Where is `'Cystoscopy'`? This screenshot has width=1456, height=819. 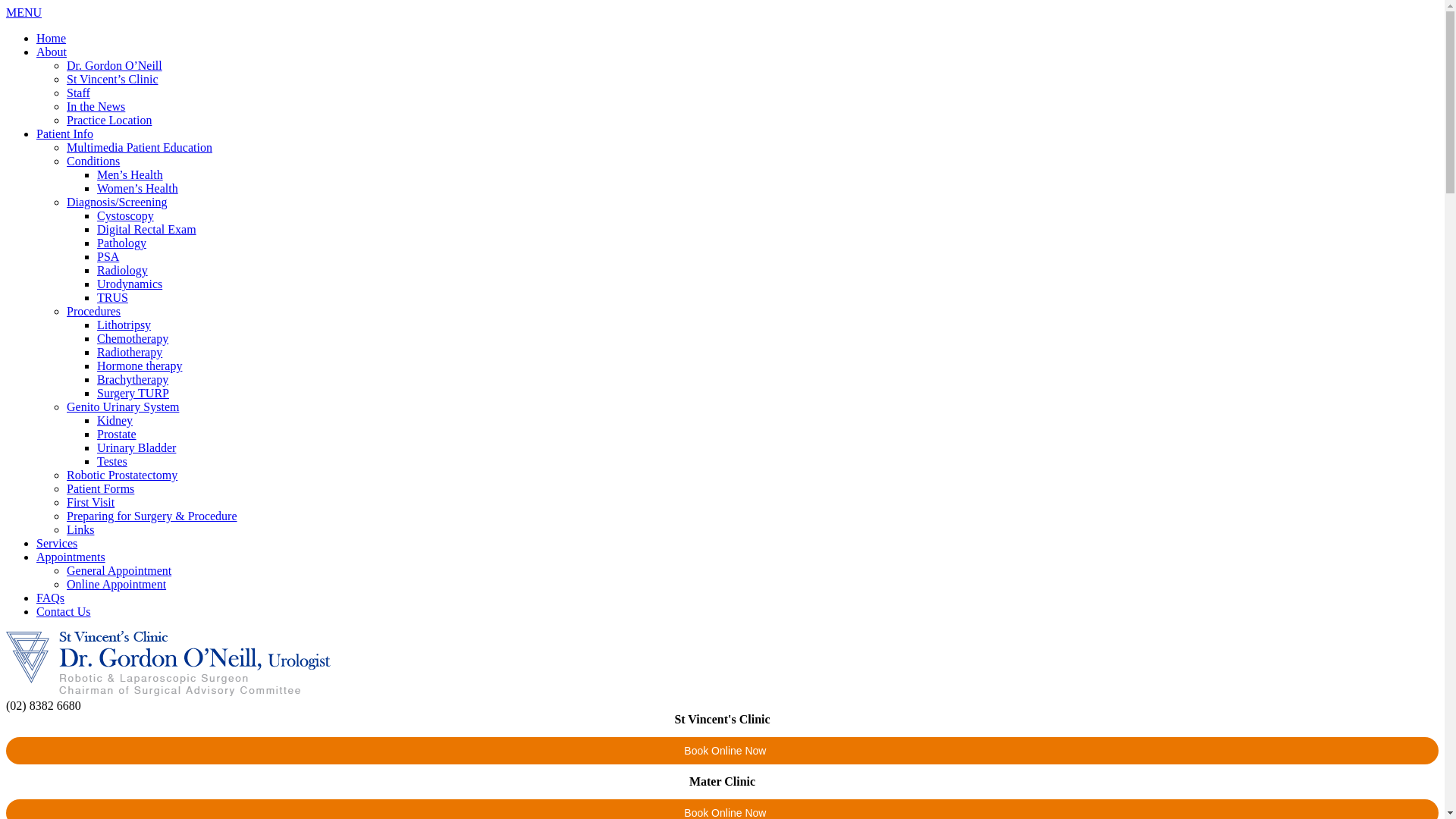 'Cystoscopy' is located at coordinates (125, 215).